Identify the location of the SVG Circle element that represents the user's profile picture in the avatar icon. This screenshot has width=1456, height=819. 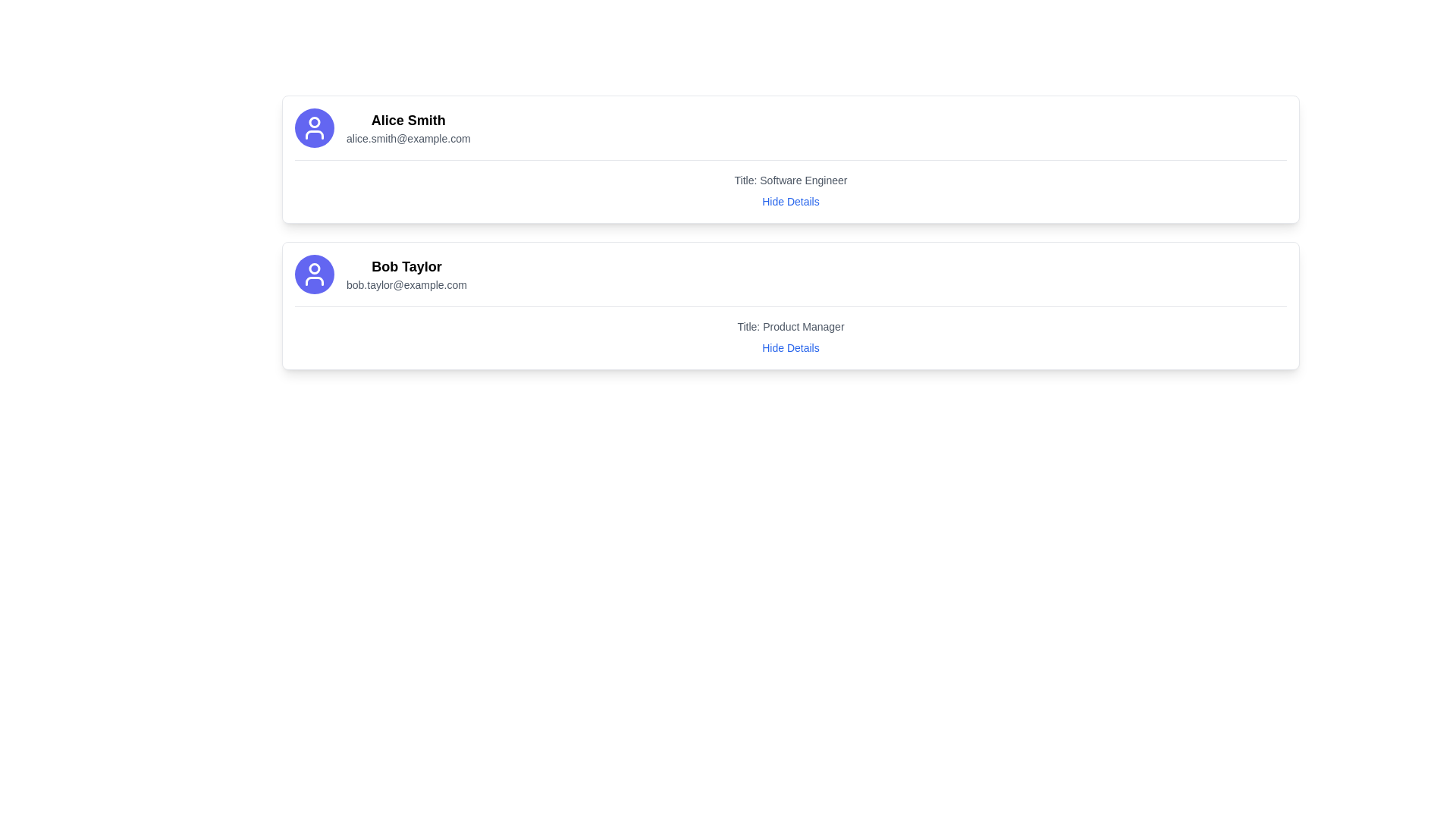
(313, 268).